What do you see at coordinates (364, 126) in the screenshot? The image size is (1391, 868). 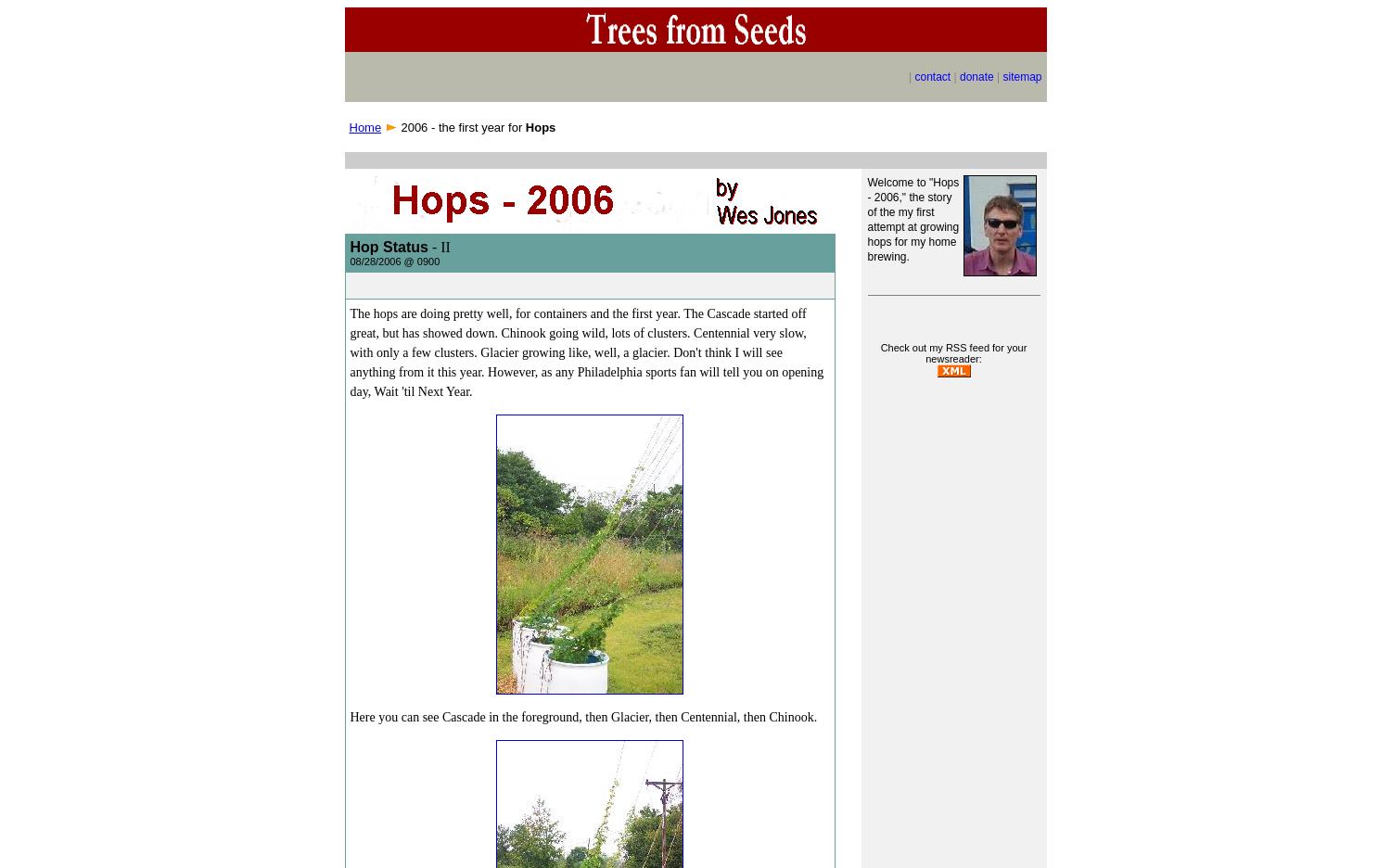 I see `'Home'` at bounding box center [364, 126].